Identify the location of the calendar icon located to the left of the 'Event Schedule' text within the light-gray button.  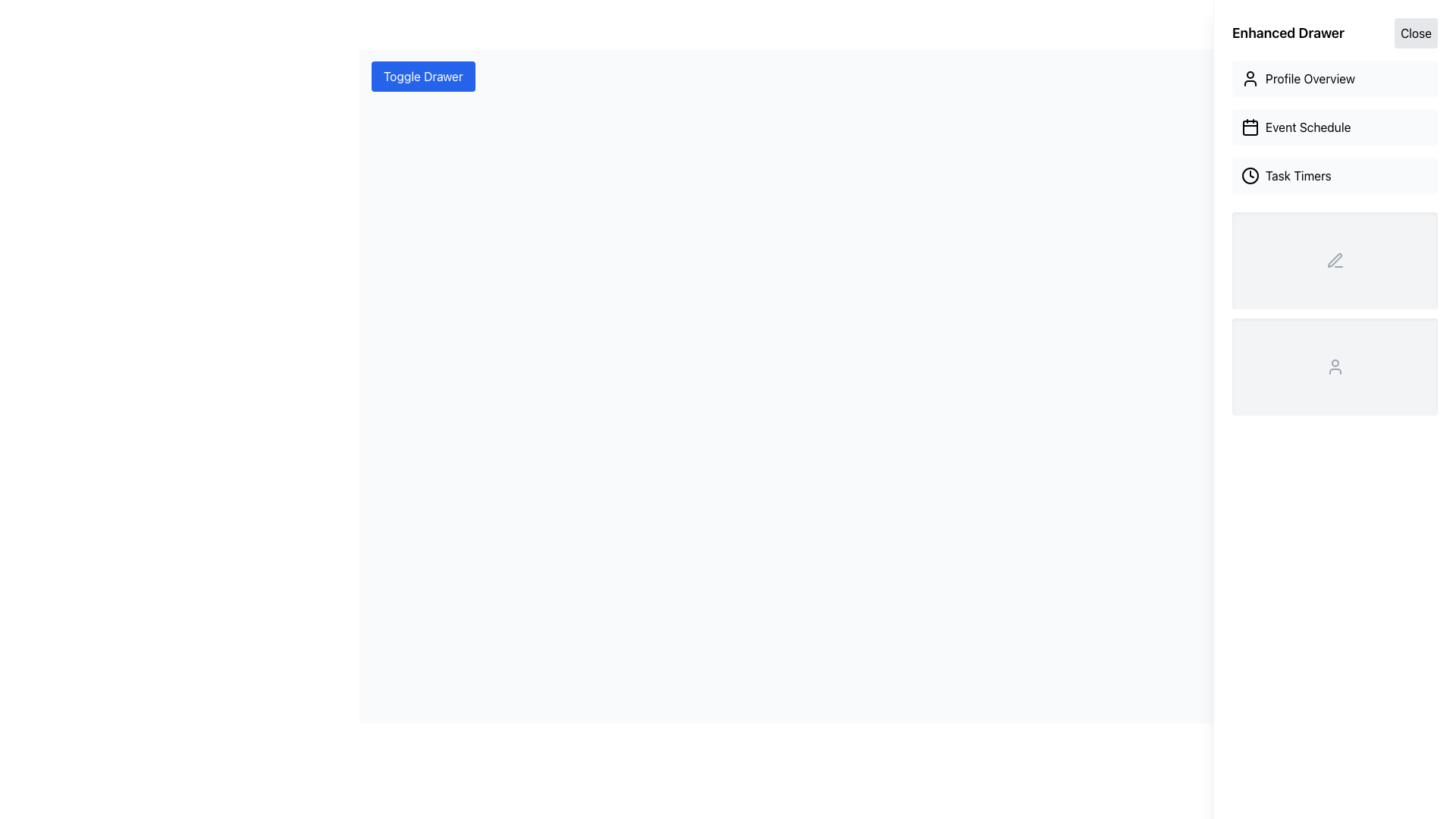
(1250, 127).